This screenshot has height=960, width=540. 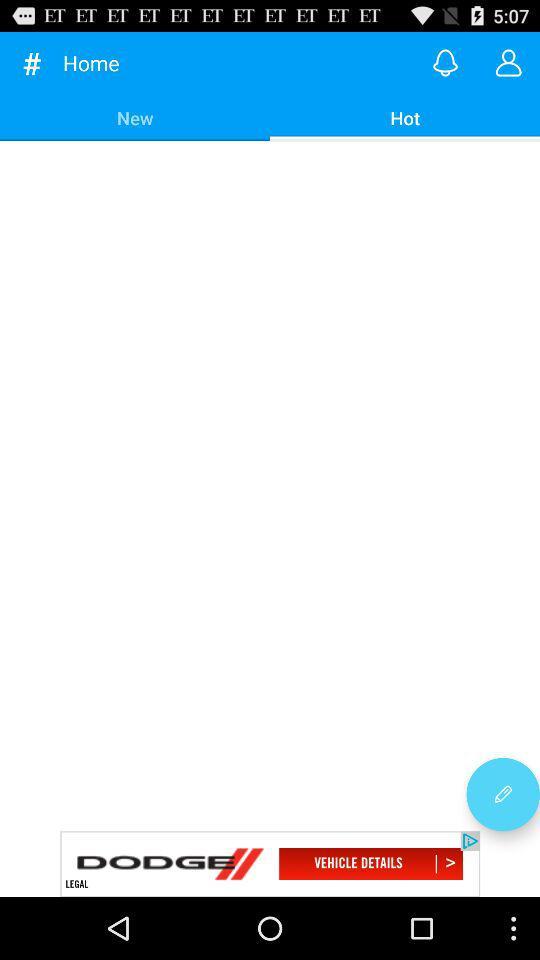 What do you see at coordinates (445, 62) in the screenshot?
I see `online option` at bounding box center [445, 62].